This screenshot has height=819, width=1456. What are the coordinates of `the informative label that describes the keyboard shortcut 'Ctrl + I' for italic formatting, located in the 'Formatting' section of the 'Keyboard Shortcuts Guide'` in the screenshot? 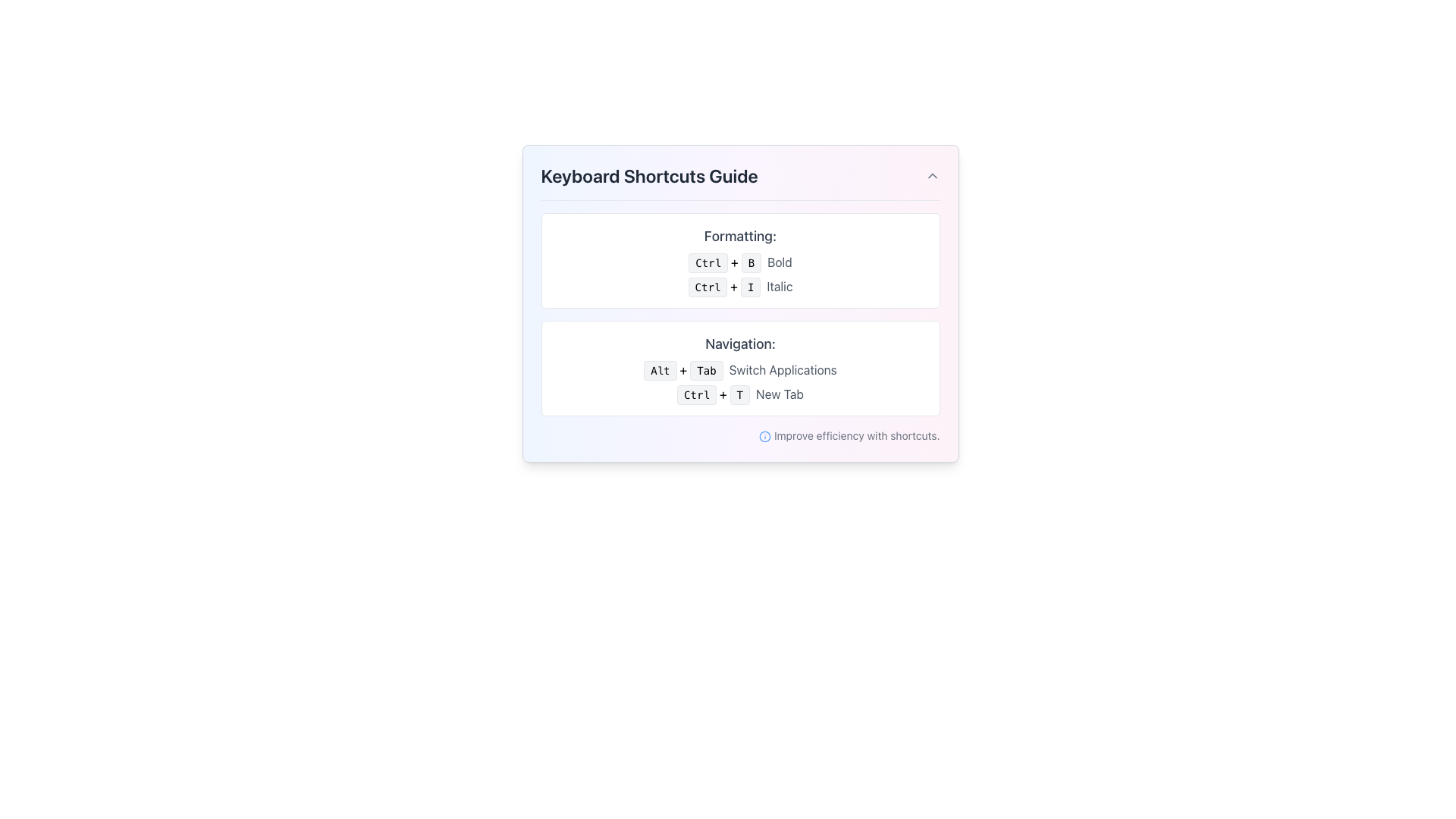 It's located at (740, 287).